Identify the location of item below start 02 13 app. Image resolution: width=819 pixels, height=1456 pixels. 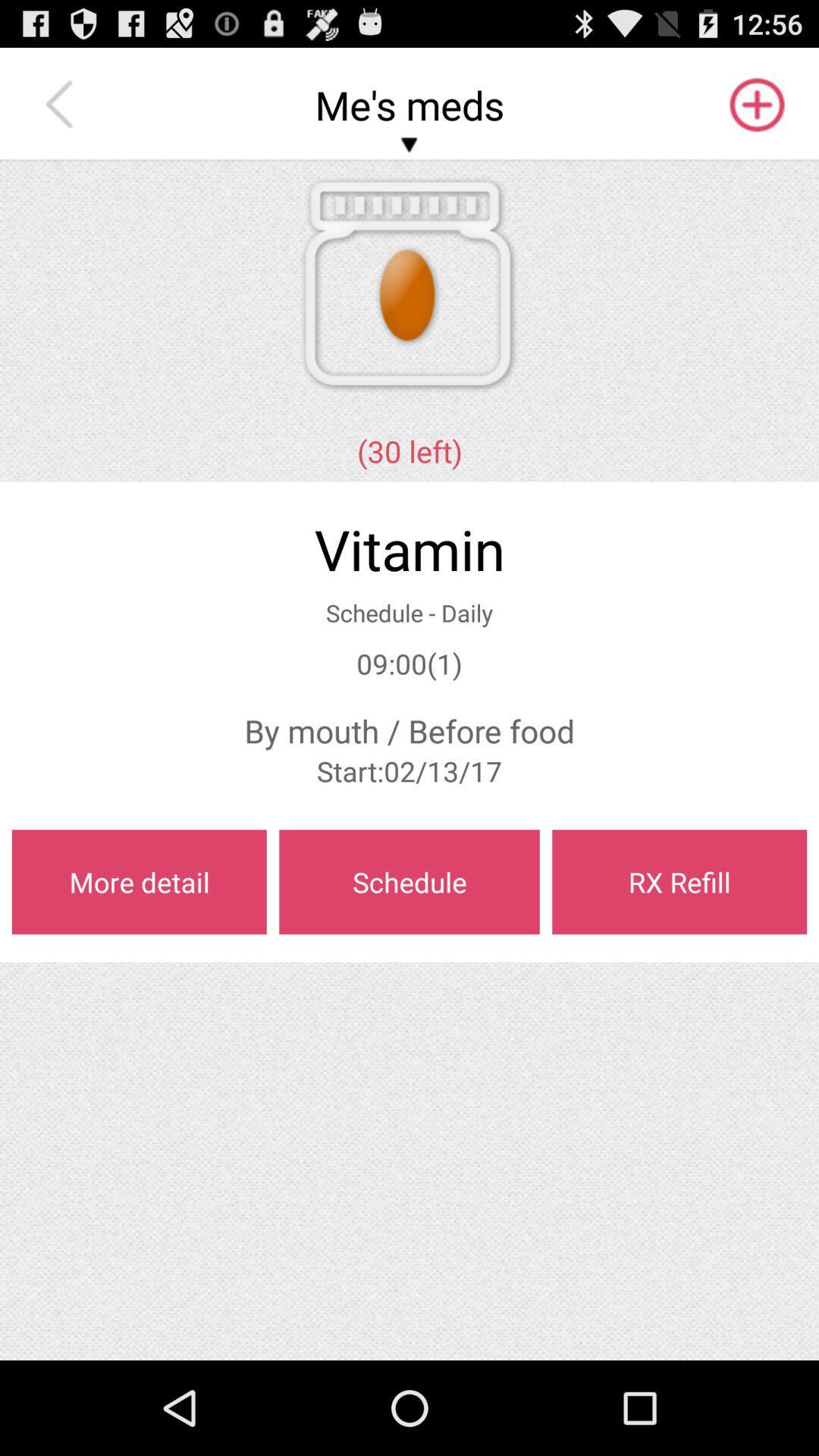
(679, 882).